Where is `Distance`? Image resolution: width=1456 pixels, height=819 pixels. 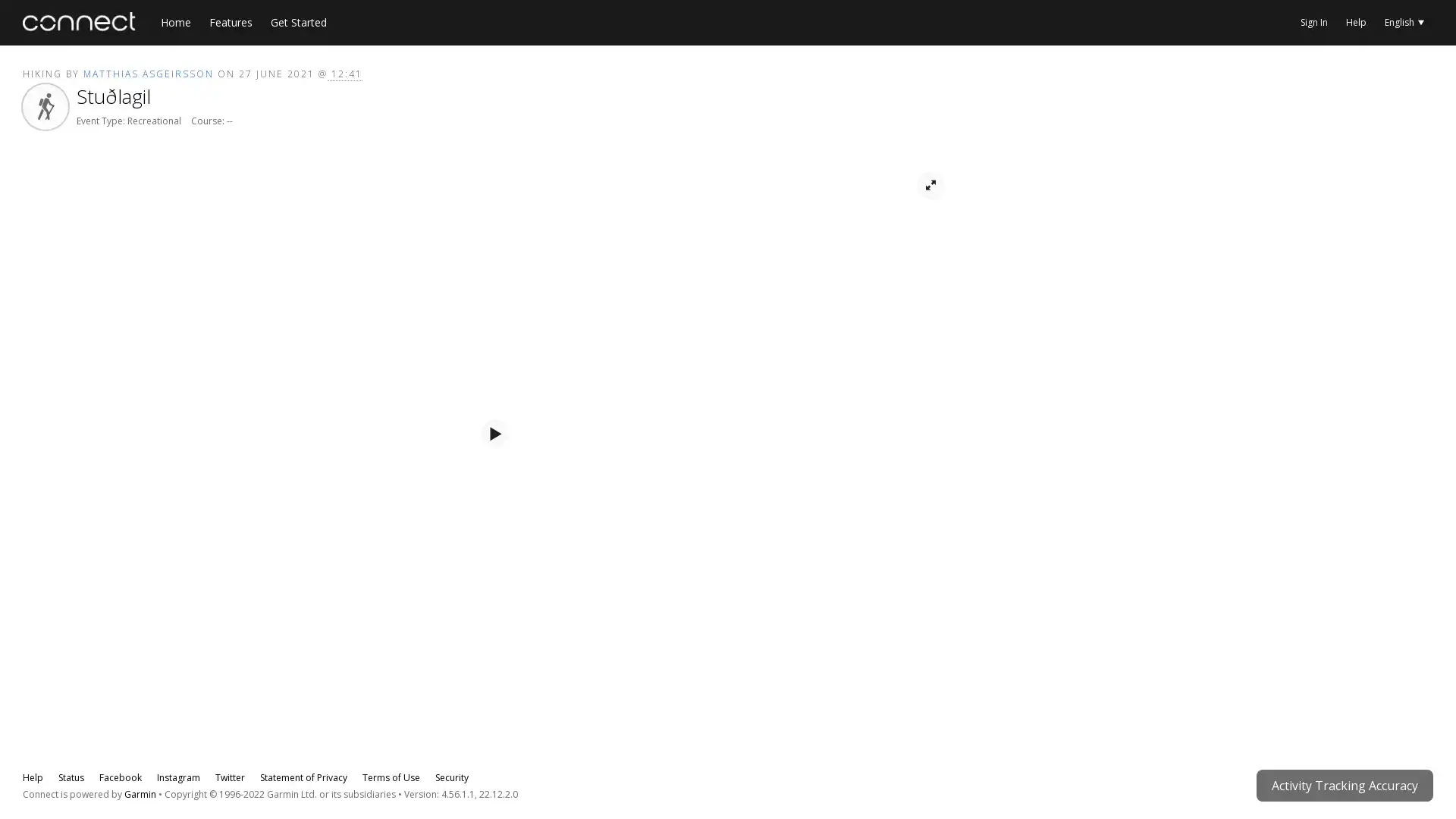 Distance is located at coordinates (921, 561).